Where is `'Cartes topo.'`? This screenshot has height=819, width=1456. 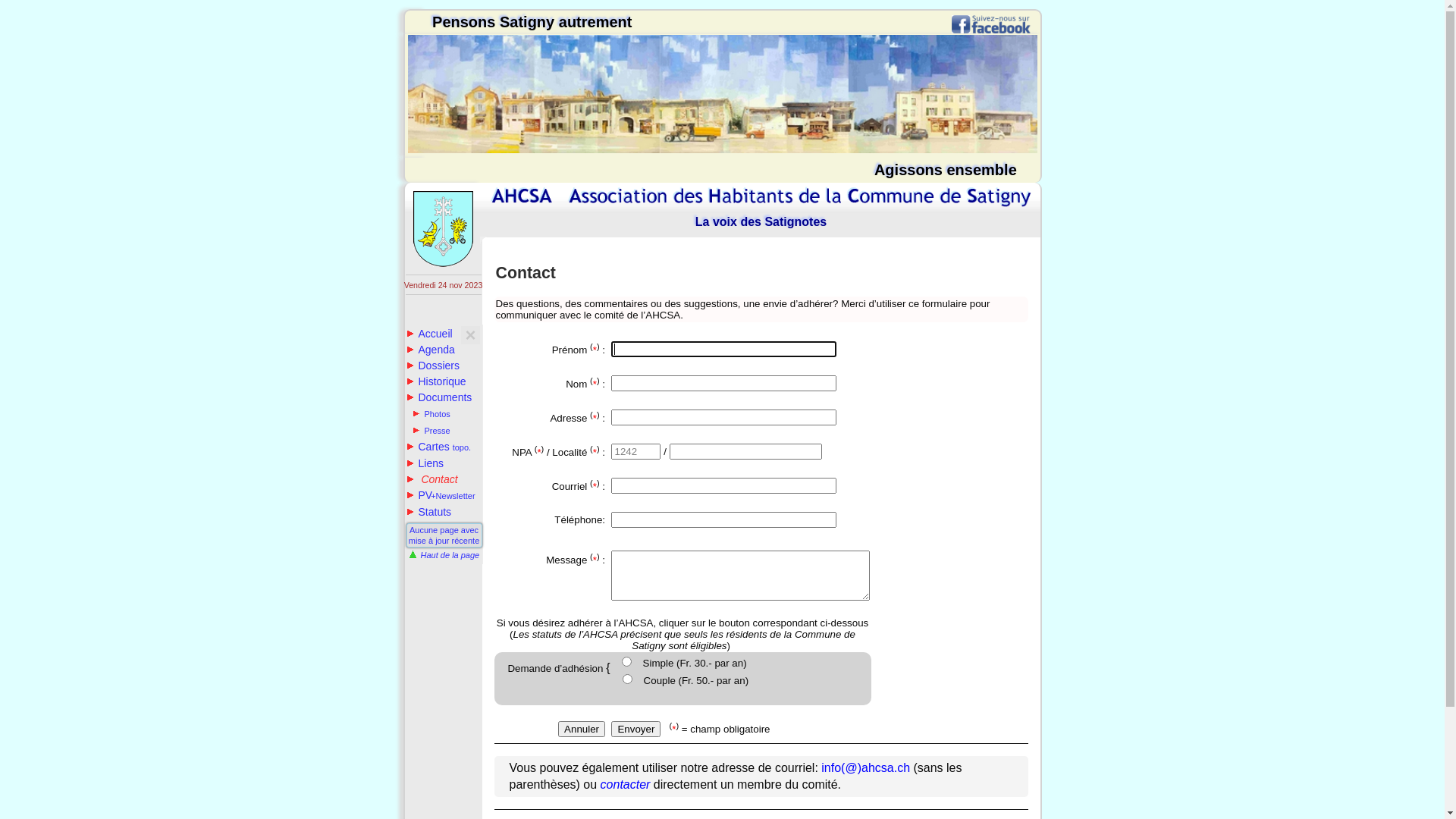 'Cartes topo.' is located at coordinates (438, 446).